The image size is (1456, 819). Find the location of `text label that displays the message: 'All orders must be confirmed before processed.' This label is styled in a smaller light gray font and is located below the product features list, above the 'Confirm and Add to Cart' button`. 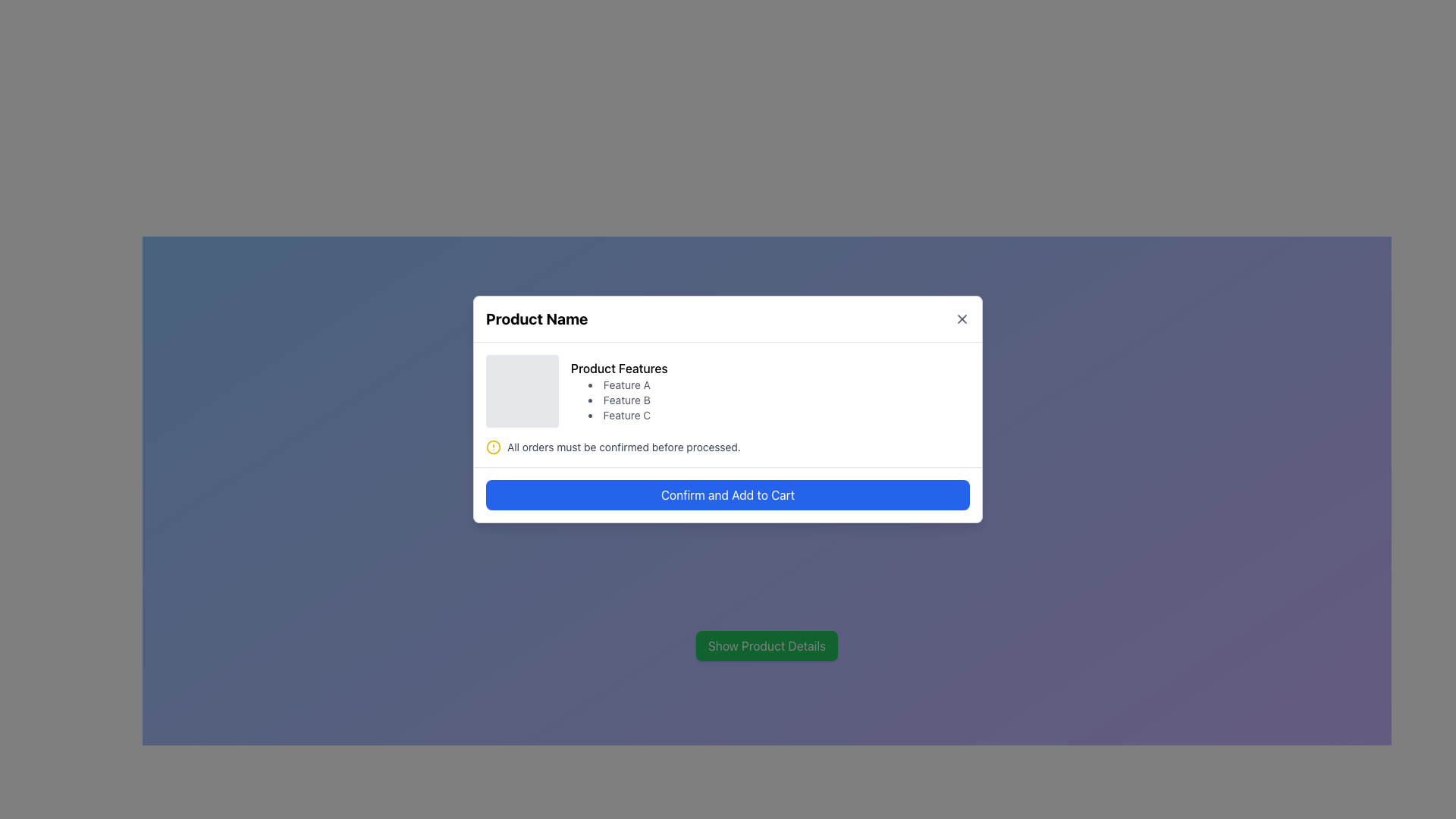

text label that displays the message: 'All orders must be confirmed before processed.' This label is styled in a smaller light gray font and is located below the product features list, above the 'Confirm and Add to Cart' button is located at coordinates (623, 447).